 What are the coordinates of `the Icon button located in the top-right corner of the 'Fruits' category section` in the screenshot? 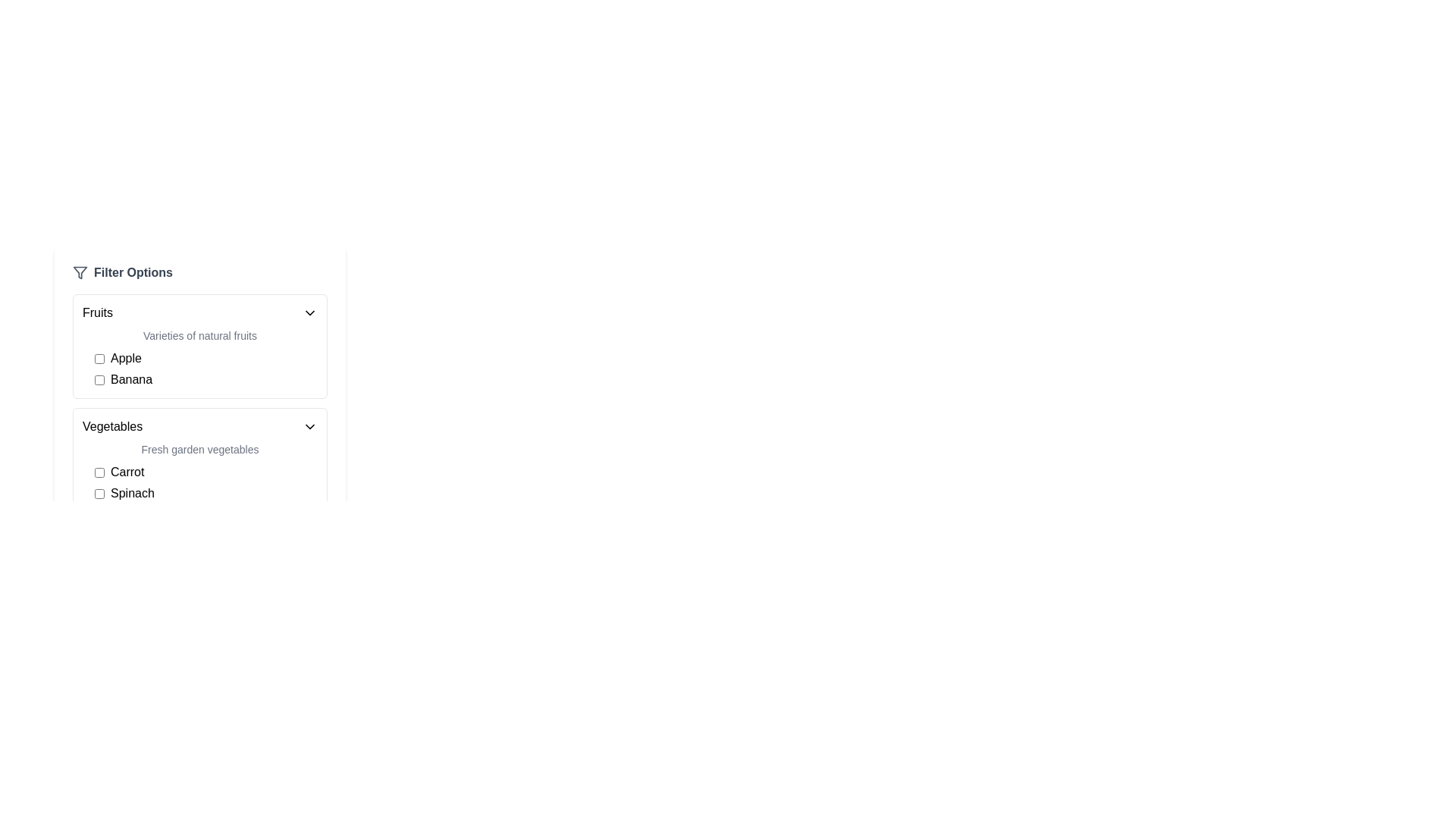 It's located at (309, 312).